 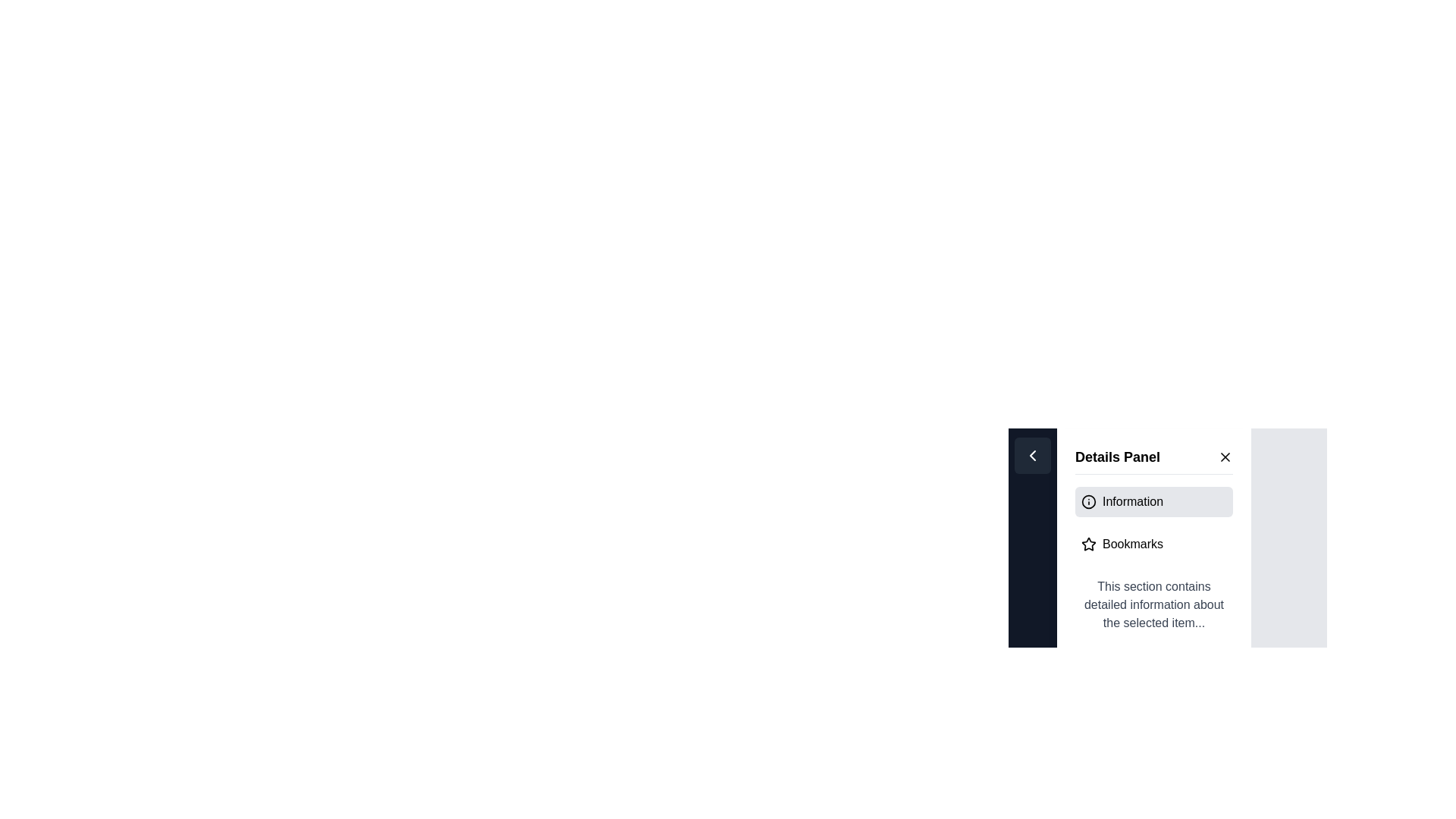 I want to click on the 'Information' button, which is a horizontally aligned UI element with a circular information icon on the left and light gray background, so click(x=1153, y=502).